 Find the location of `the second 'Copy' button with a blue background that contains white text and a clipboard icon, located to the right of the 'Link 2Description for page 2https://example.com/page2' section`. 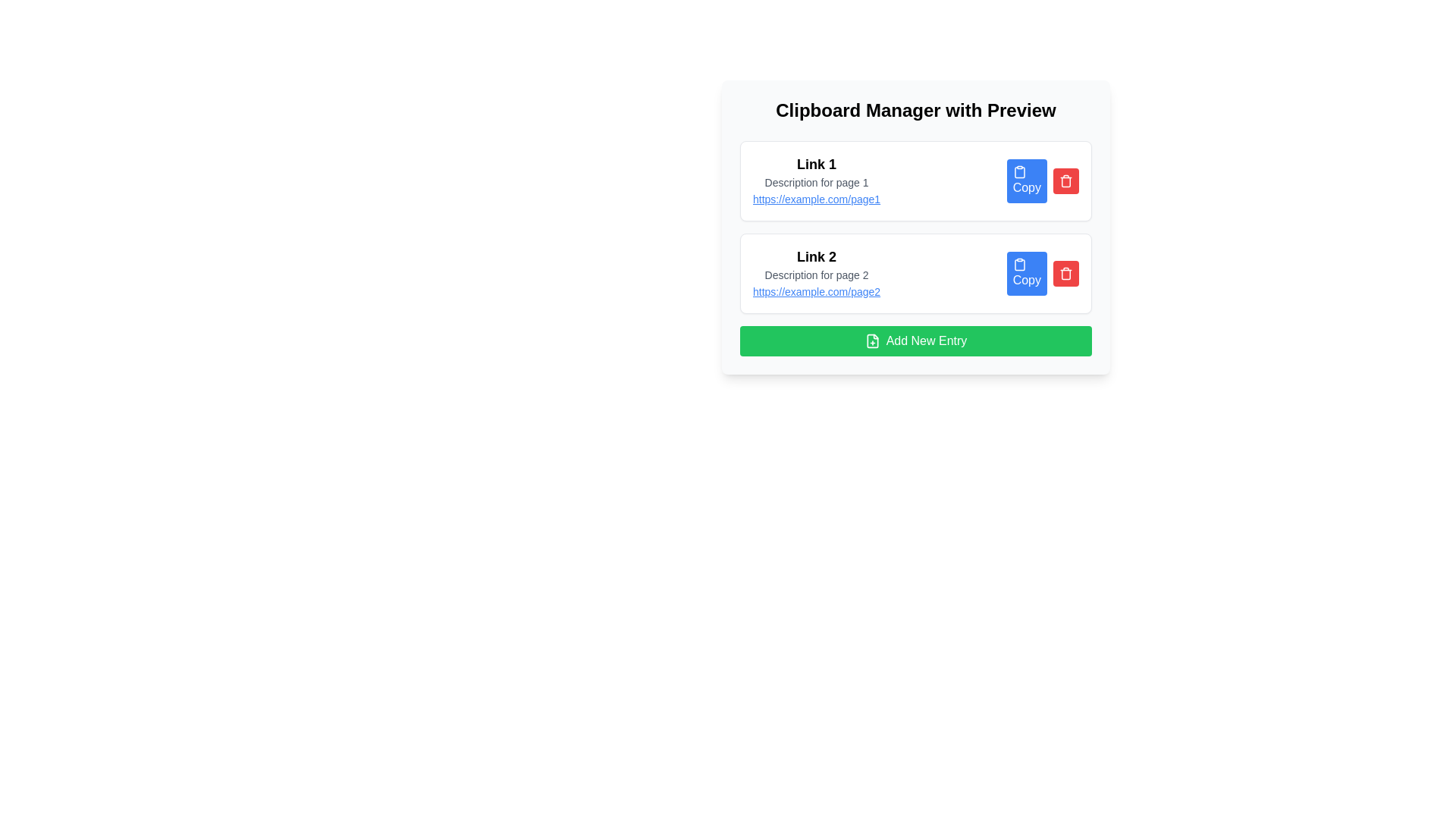

the second 'Copy' button with a blue background that contains white text and a clipboard icon, located to the right of the 'Link 2Description for page 2https://example.com/page2' section is located at coordinates (1042, 274).